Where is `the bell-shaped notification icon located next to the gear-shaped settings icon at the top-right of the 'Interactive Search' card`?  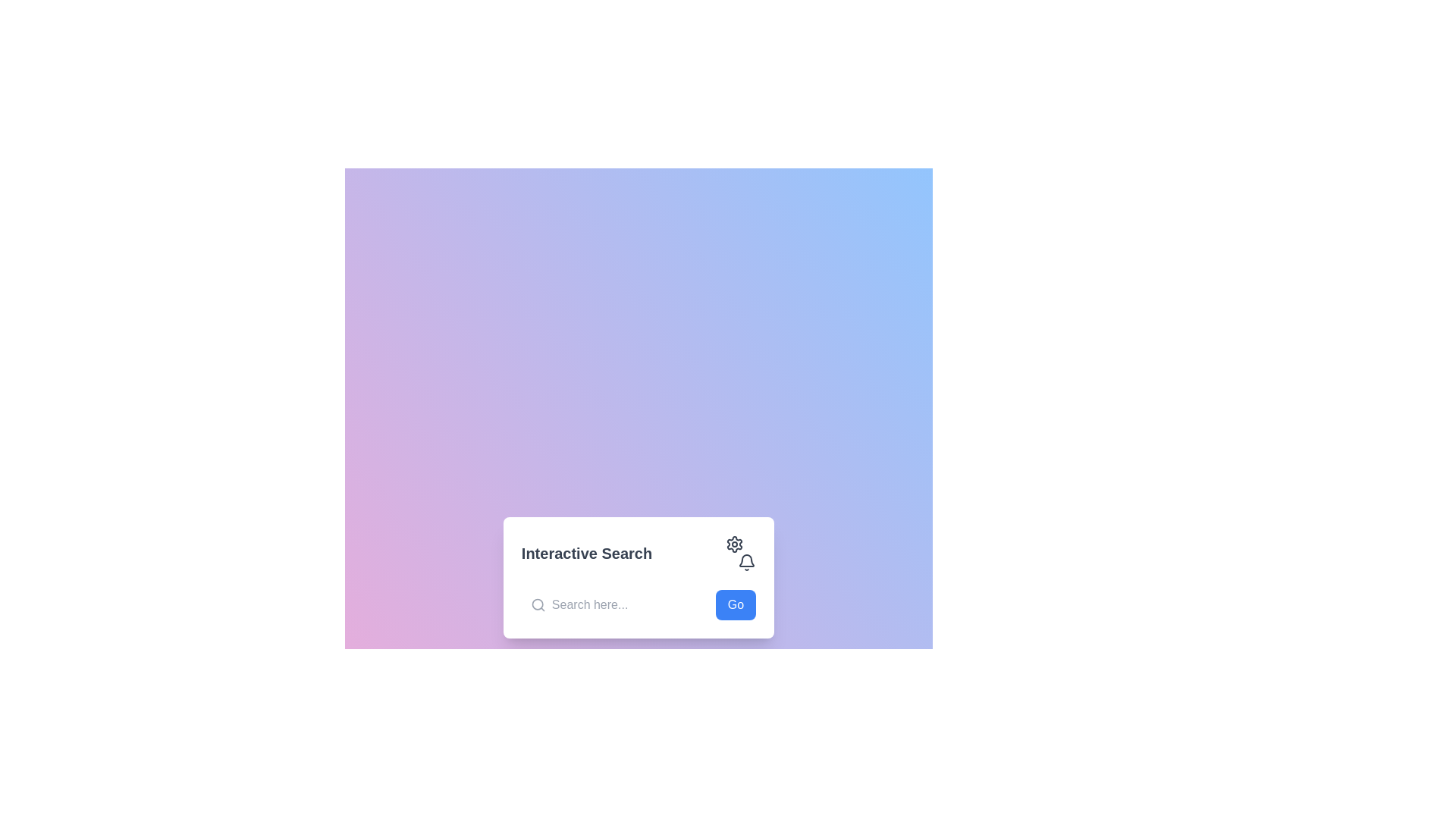 the bell-shaped notification icon located next to the gear-shaped settings icon at the top-right of the 'Interactive Search' card is located at coordinates (747, 562).